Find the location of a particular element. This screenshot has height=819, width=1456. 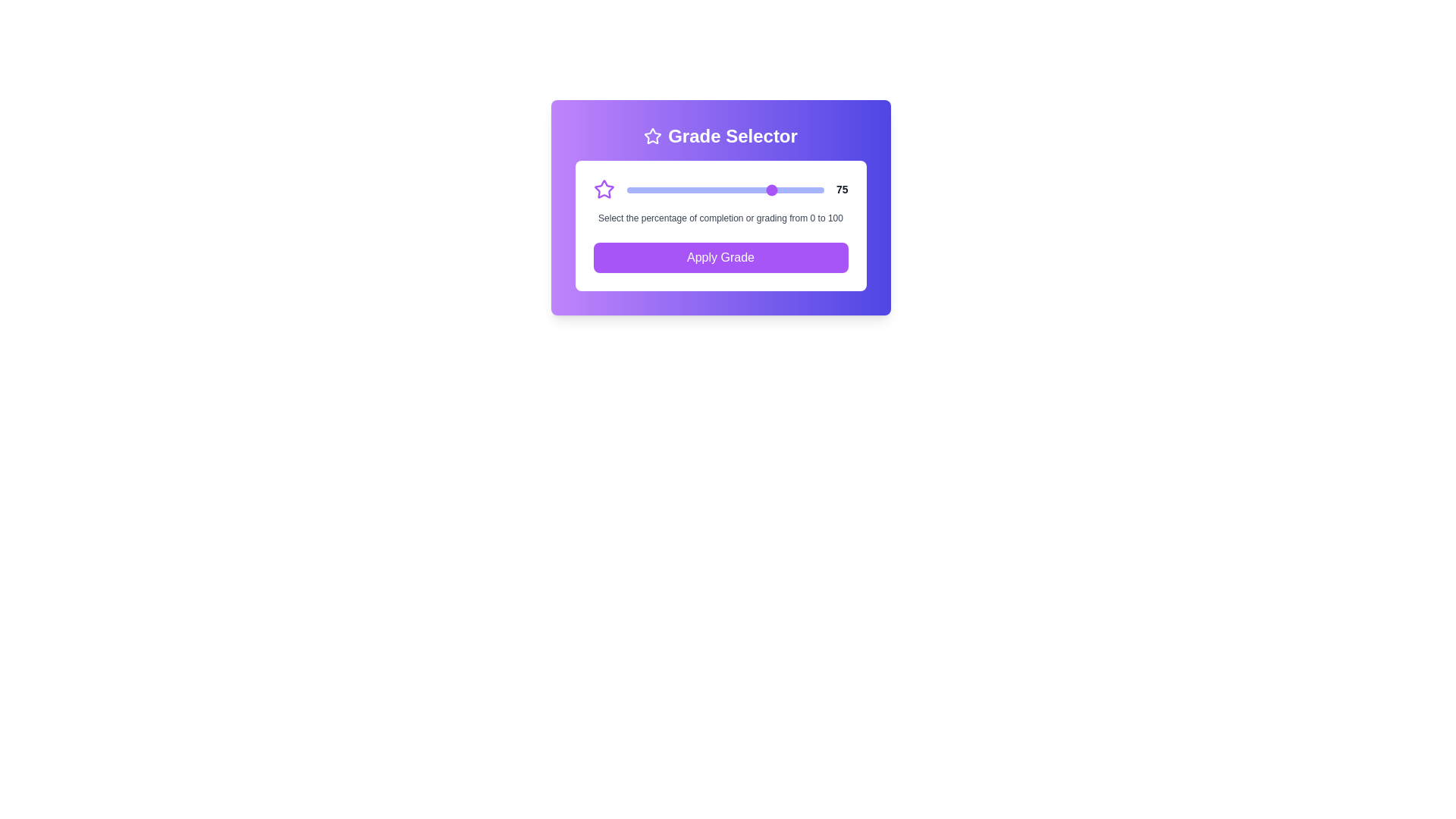

the grade percentage is located at coordinates (697, 189).